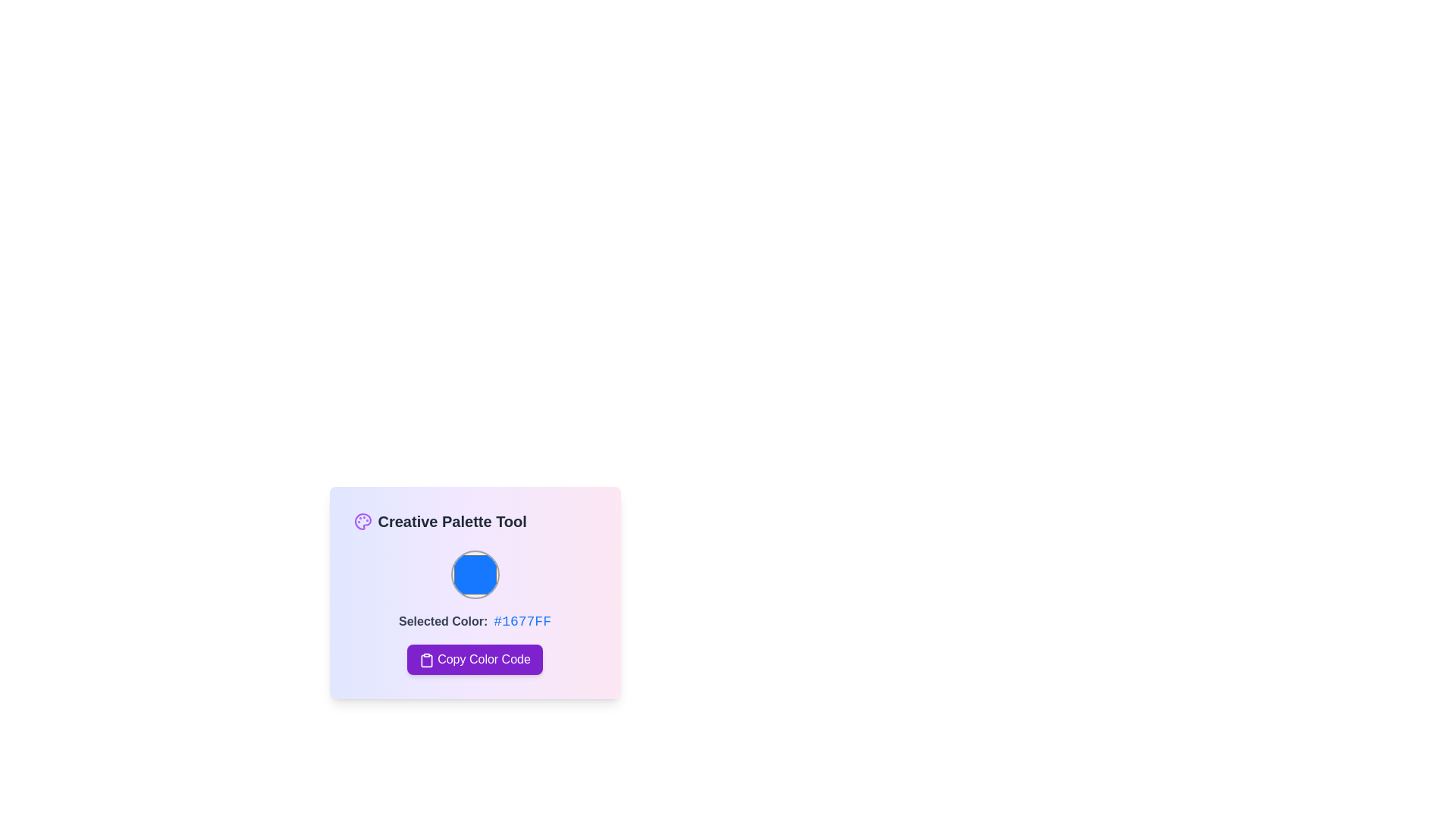  I want to click on the clipboard icon located to the left of the 'Copy Color Code' text in the button at the bottom of the panel, so click(426, 659).